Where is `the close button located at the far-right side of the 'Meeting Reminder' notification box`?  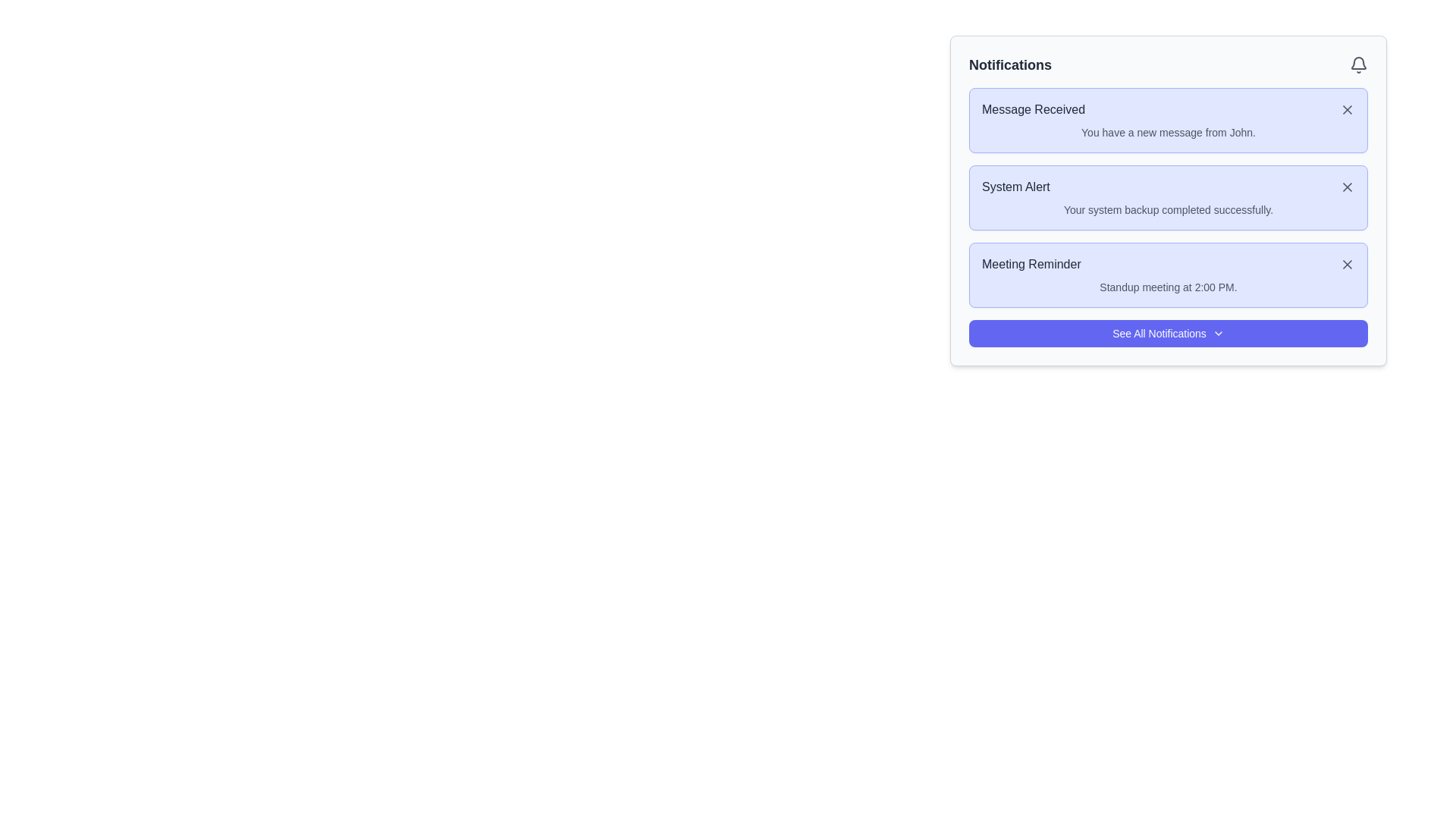
the close button located at the far-right side of the 'Meeting Reminder' notification box is located at coordinates (1347, 263).